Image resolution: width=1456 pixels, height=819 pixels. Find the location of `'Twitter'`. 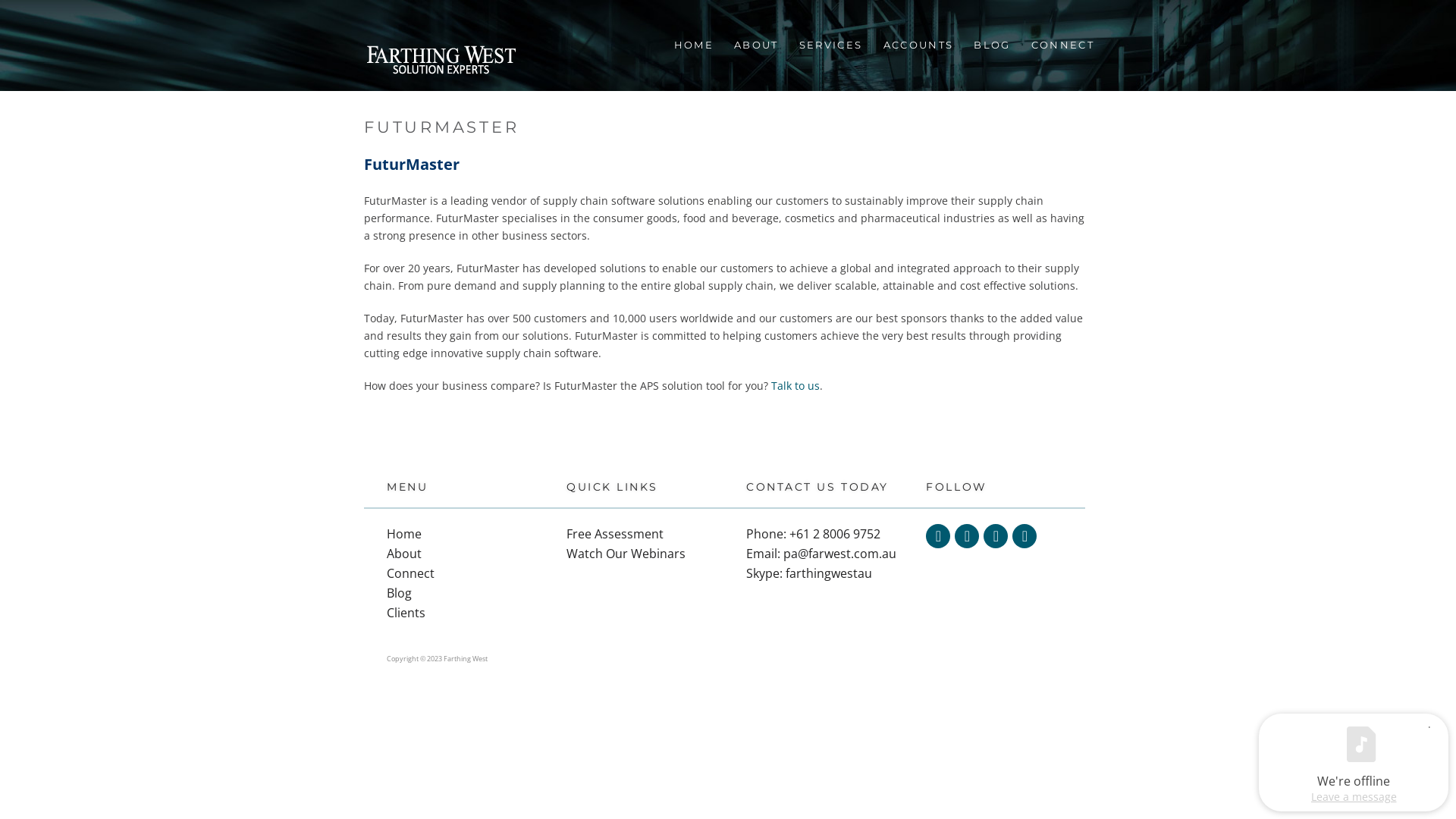

'Twitter' is located at coordinates (937, 535).